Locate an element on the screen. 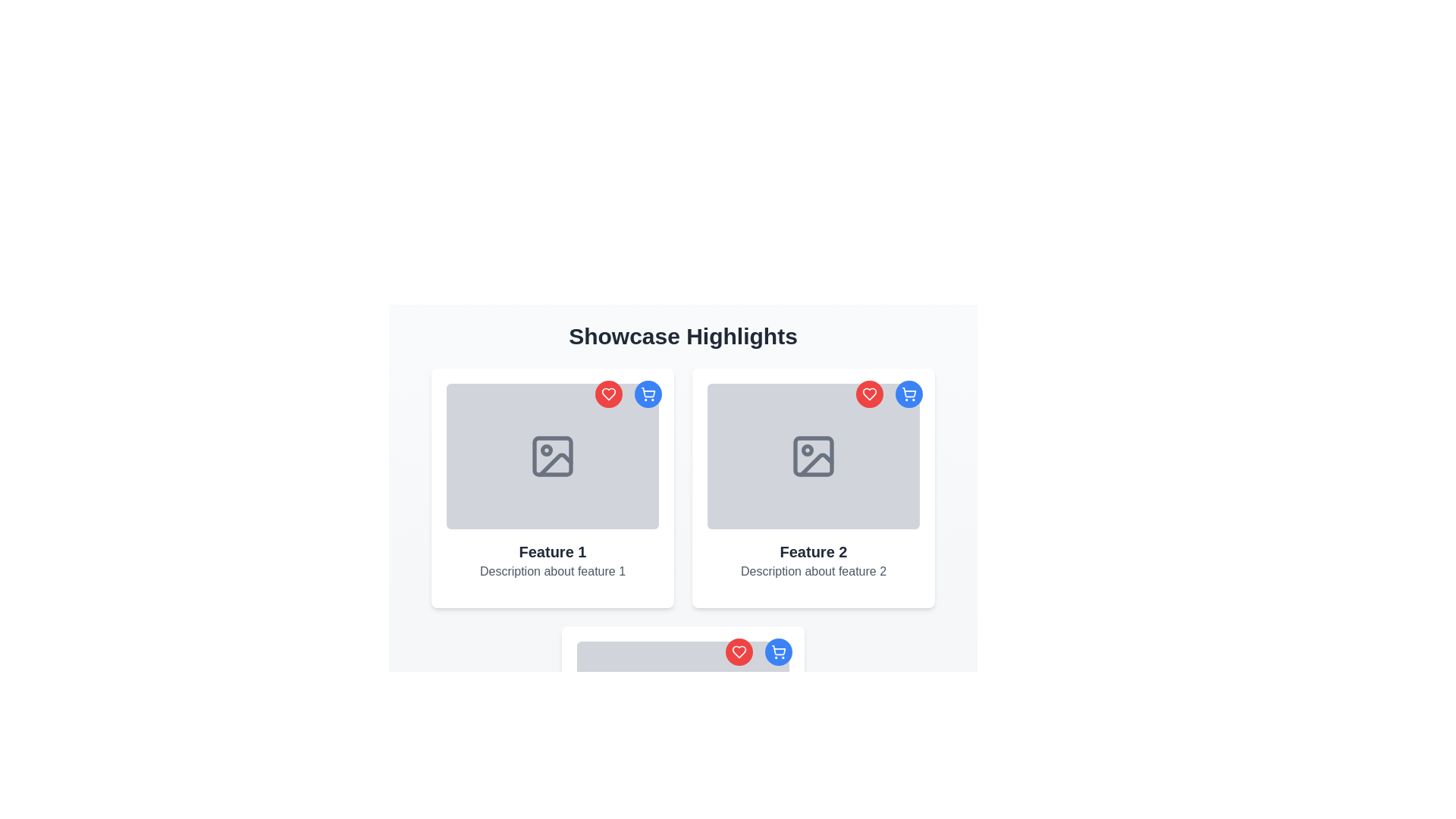 This screenshot has height=819, width=1456. the Placeholder icon, which represents an image placeholder in the Feature 1 section is located at coordinates (552, 455).